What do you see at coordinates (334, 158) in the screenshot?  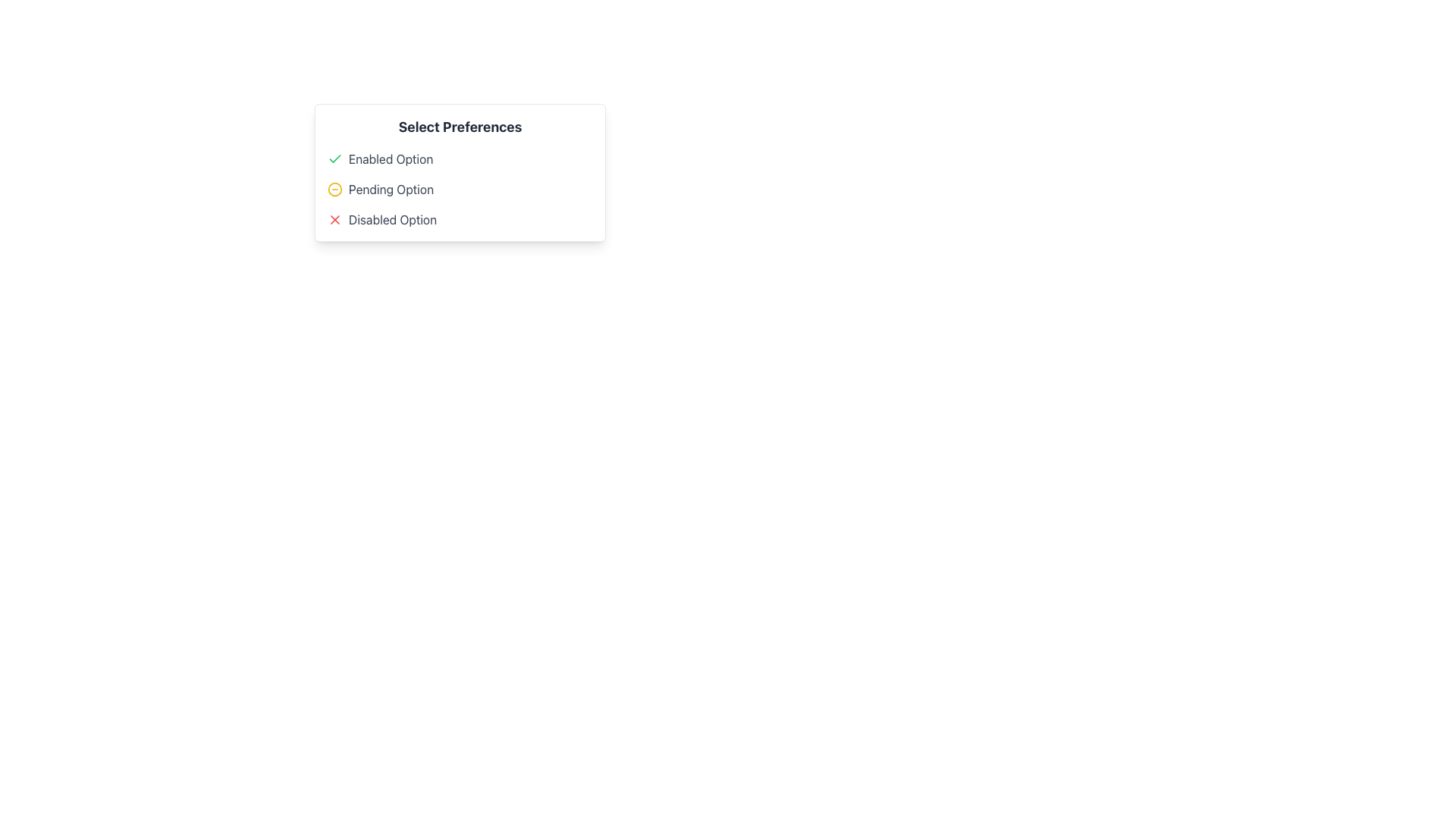 I see `the icon indicating that the 'Enabled Option' is selected, located at the top-left corner of the list of options under 'Select Preferences.'` at bounding box center [334, 158].